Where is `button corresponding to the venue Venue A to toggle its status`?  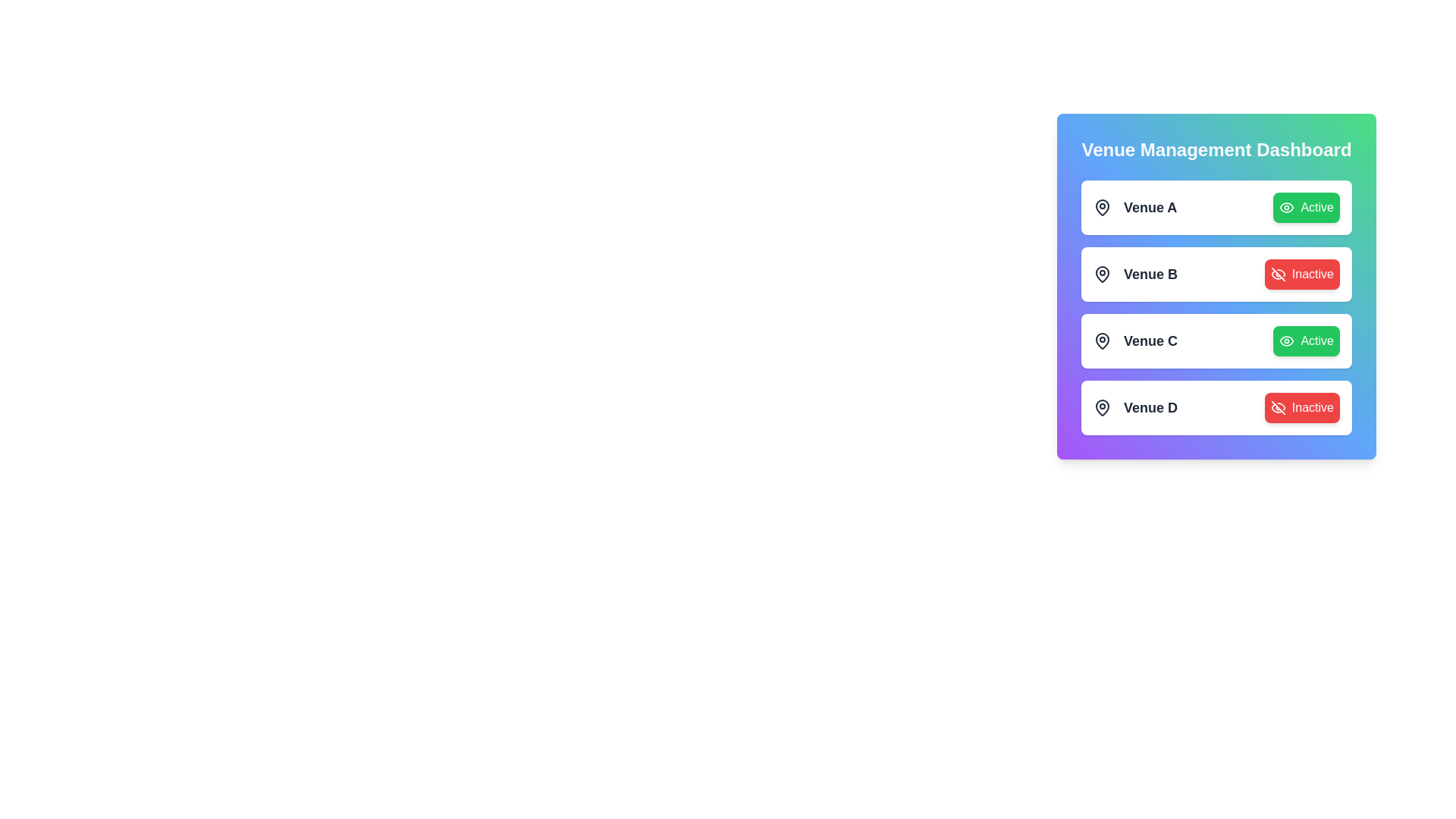 button corresponding to the venue Venue A to toggle its status is located at coordinates (1306, 207).